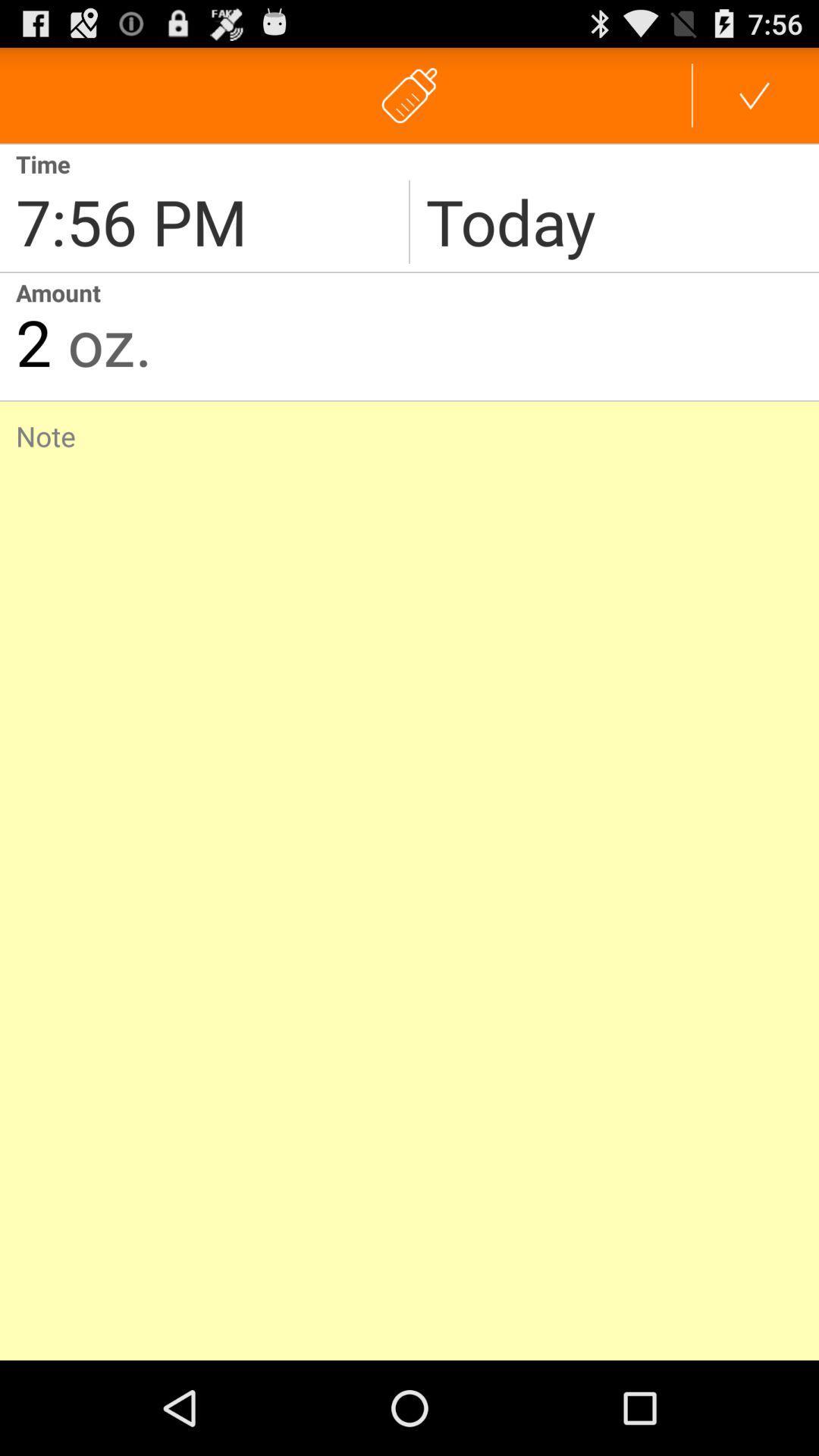 The width and height of the screenshot is (819, 1456). I want to click on the check icon, so click(755, 101).